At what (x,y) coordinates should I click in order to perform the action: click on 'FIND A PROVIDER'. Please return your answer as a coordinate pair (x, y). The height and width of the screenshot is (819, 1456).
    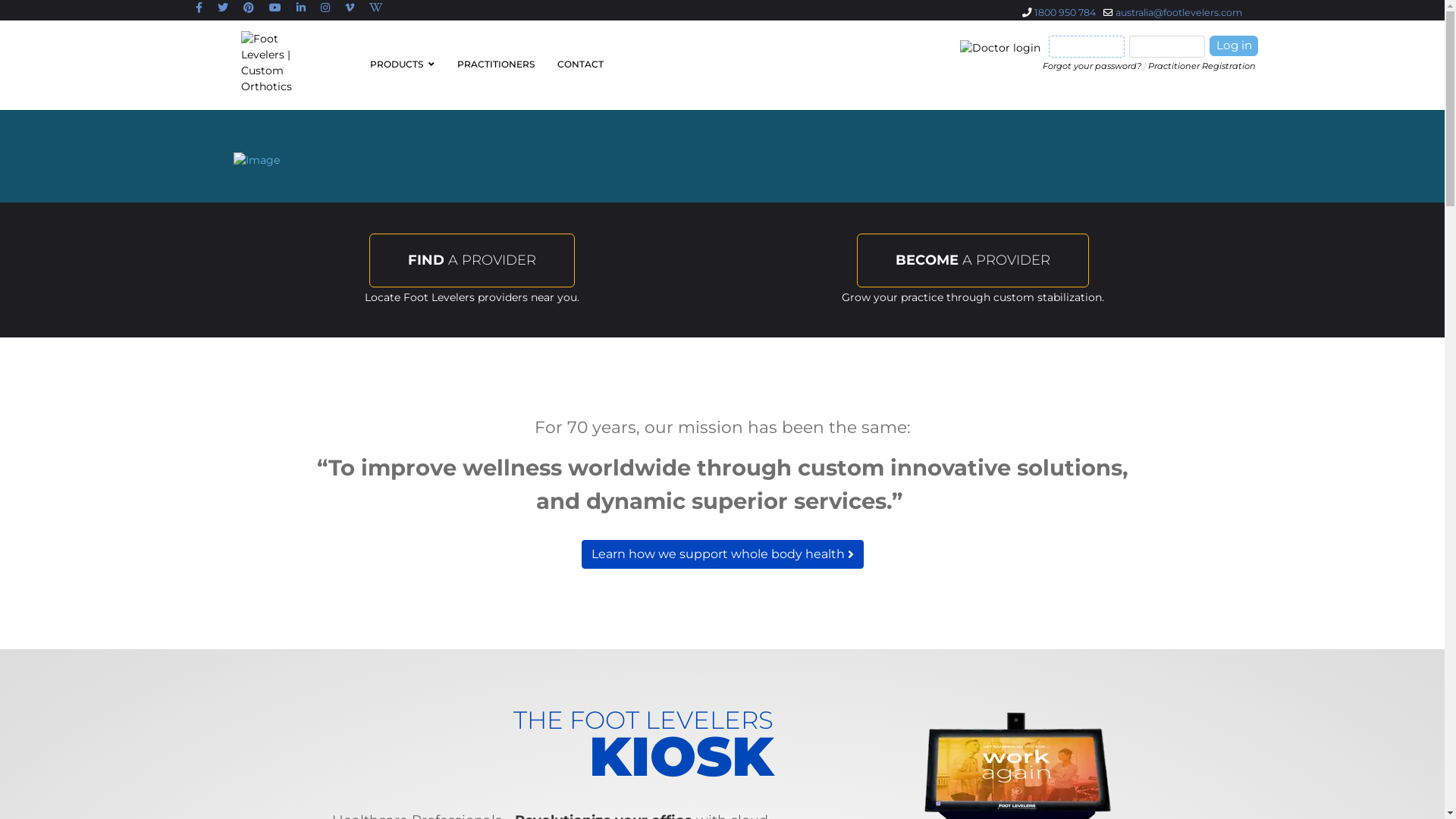
    Looking at the image, I should click on (471, 259).